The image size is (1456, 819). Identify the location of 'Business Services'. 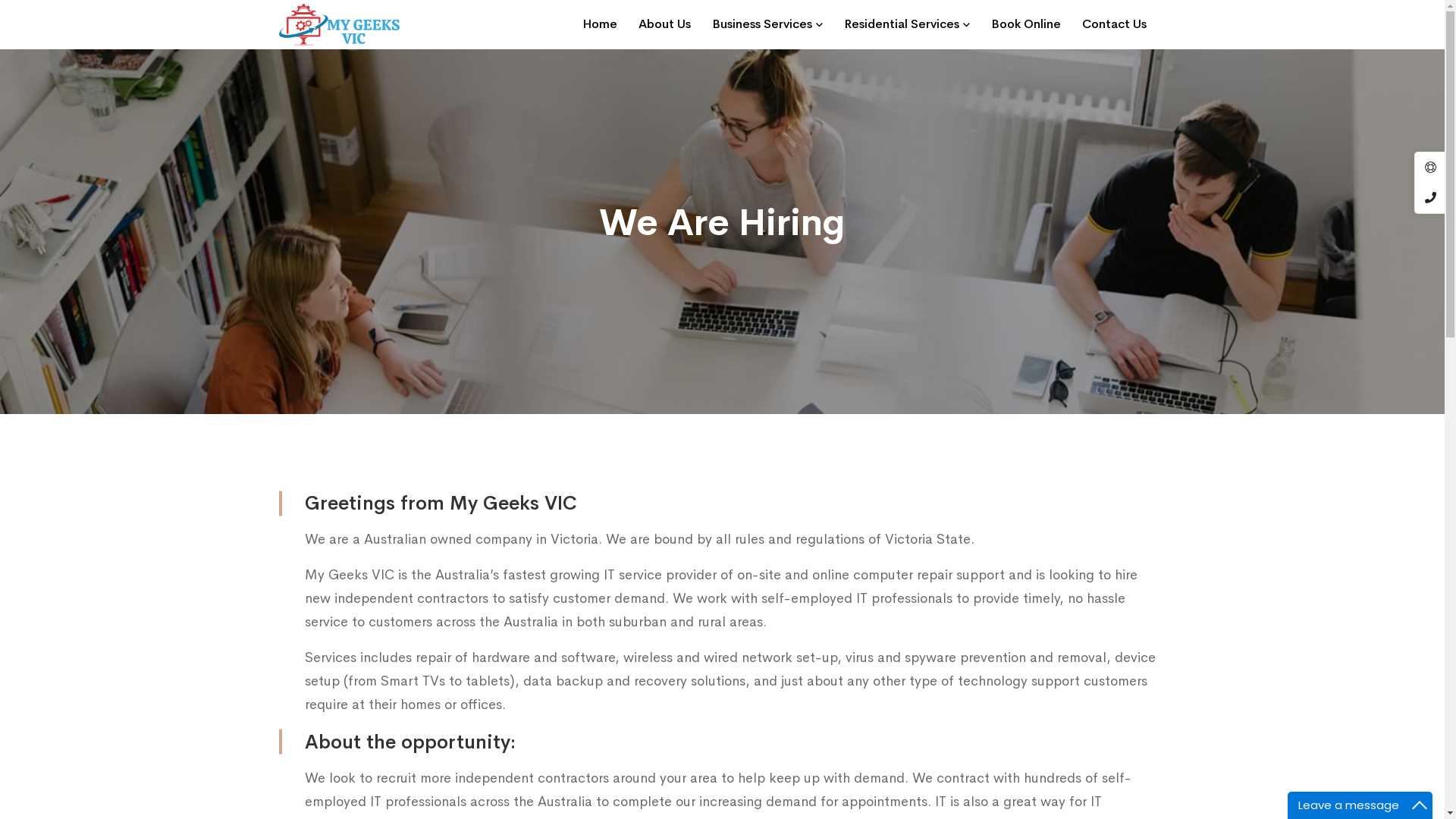
(767, 24).